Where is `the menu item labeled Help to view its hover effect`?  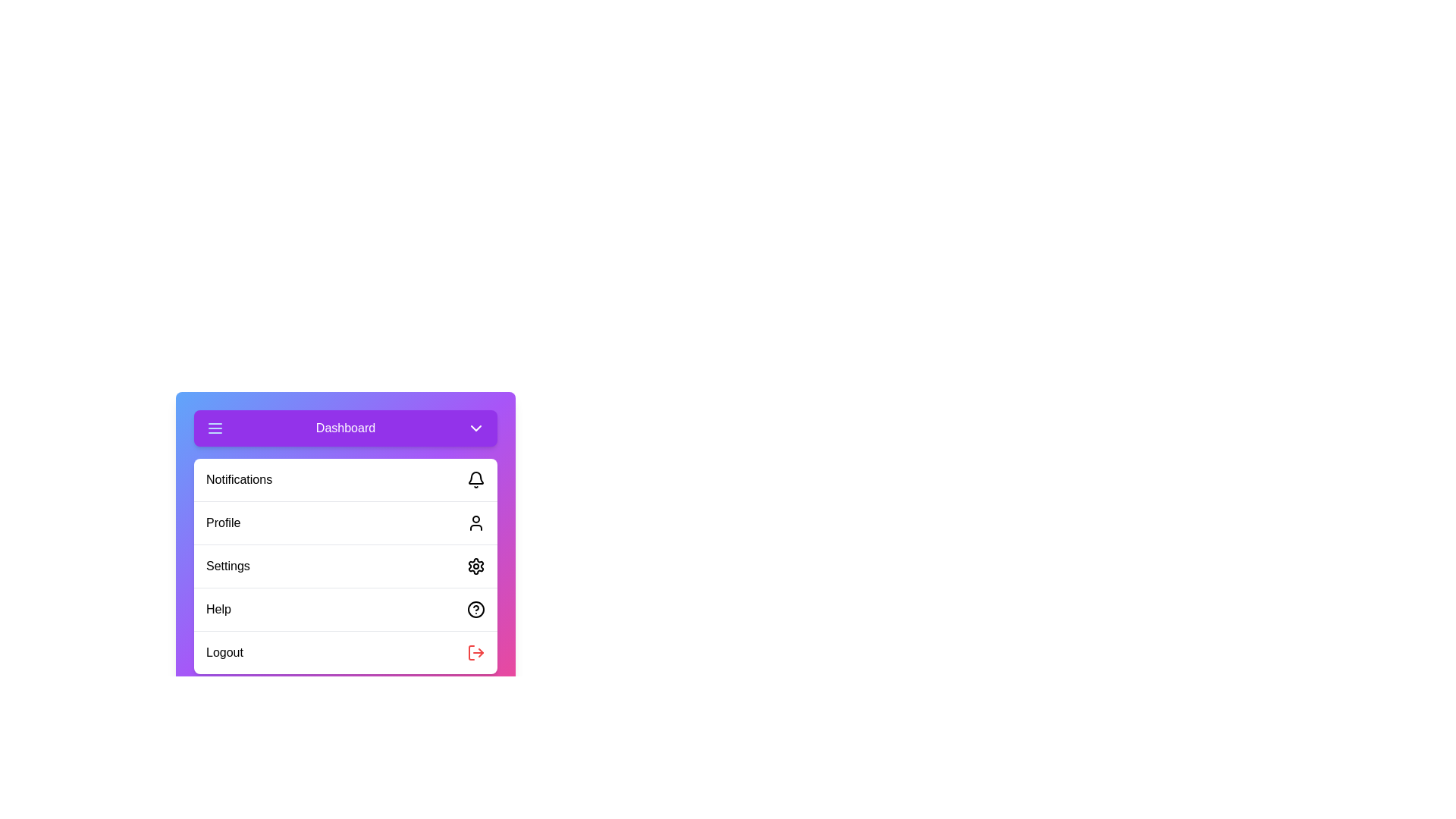 the menu item labeled Help to view its hover effect is located at coordinates (345, 608).